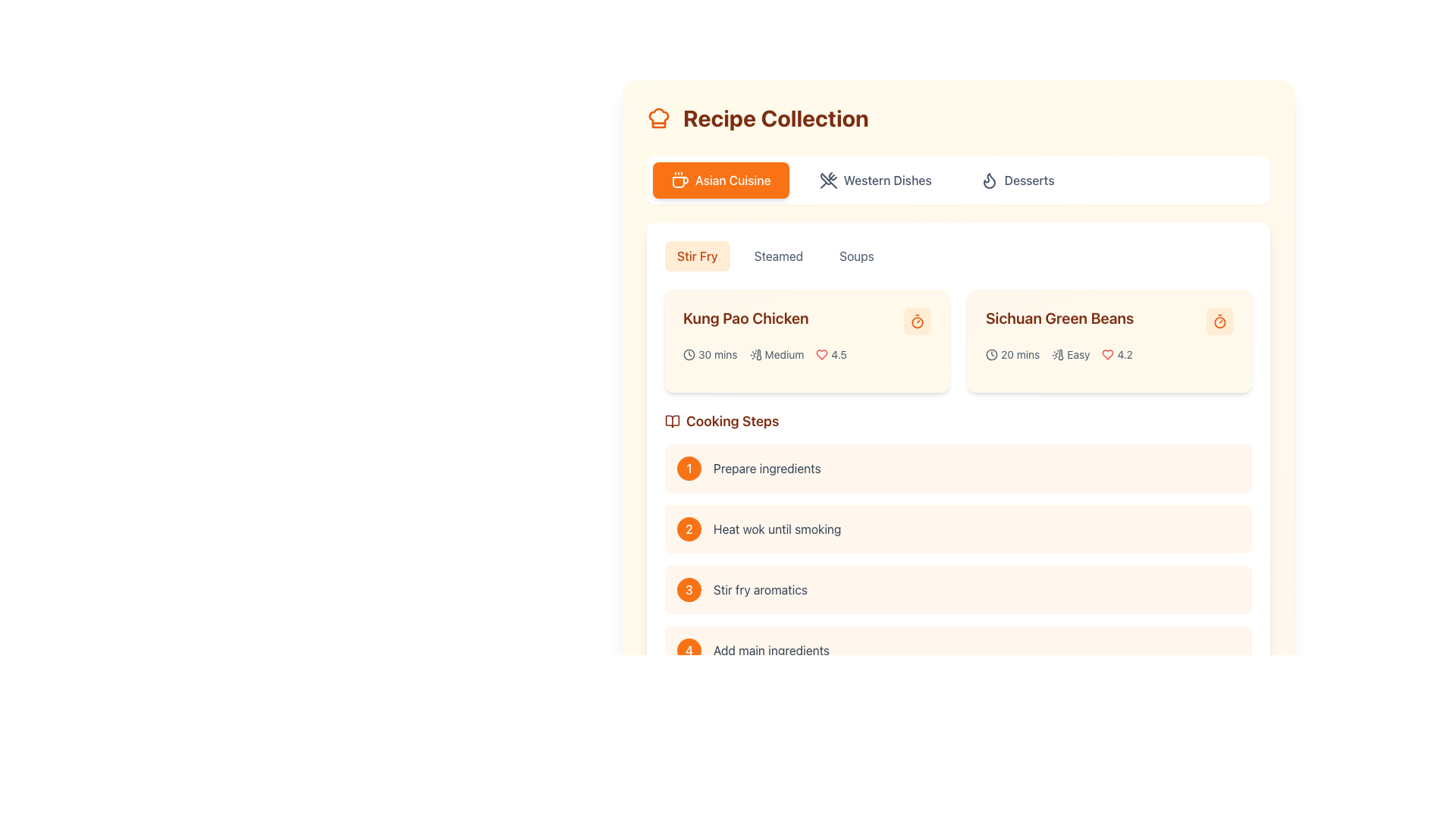 The height and width of the screenshot is (819, 1456). Describe the element at coordinates (838, 354) in the screenshot. I see `the text label displaying '4.5' which is located beside a red heart-shaped icon in the Kung Pao Chicken recipe card` at that location.